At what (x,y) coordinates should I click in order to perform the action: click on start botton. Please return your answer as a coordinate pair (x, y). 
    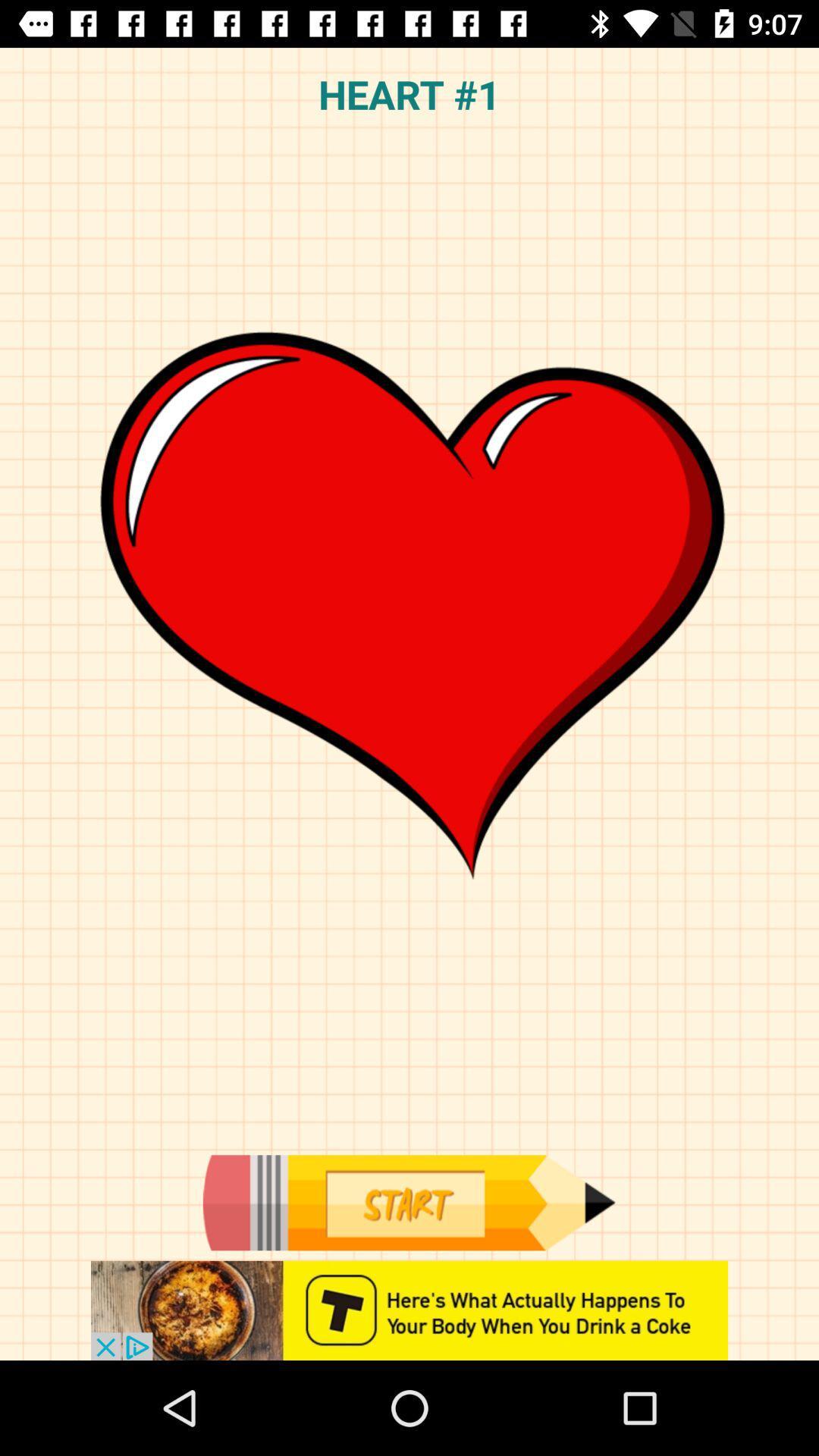
    Looking at the image, I should click on (408, 1202).